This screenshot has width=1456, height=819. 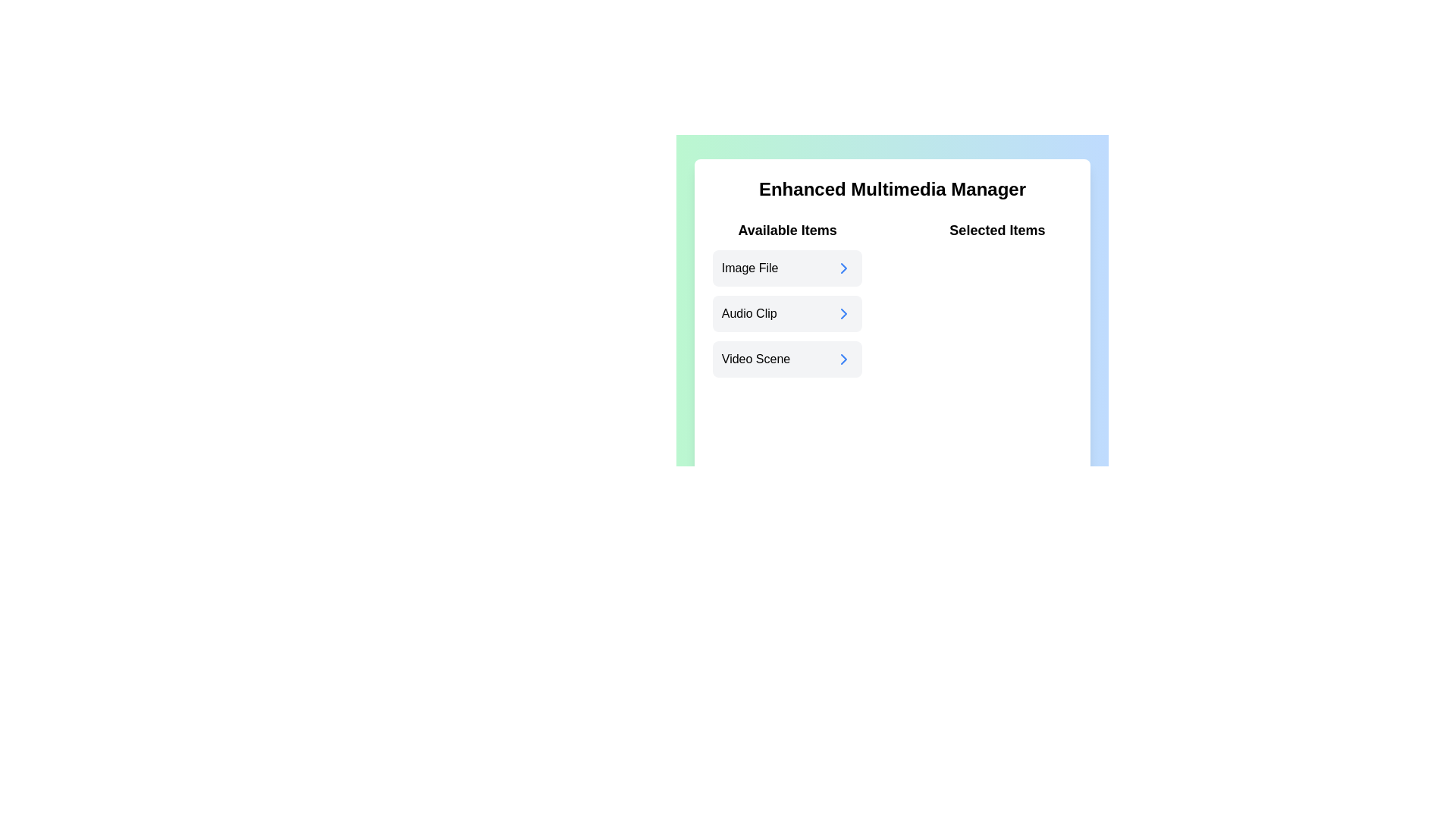 I want to click on the right-pointing chevron icon located in the 'Available Items' section, so click(x=843, y=359).